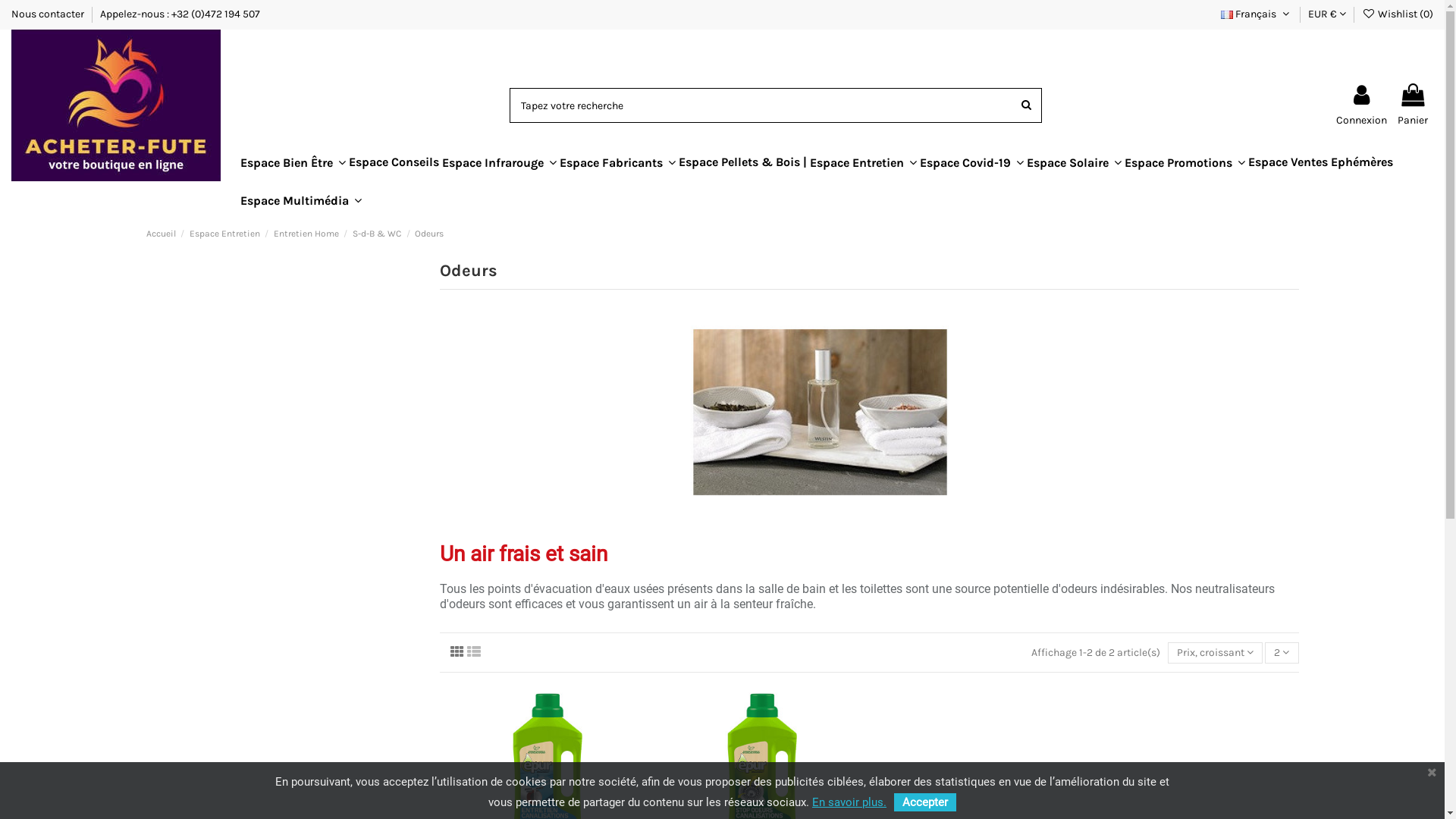 This screenshot has width=1456, height=819. Describe the element at coordinates (99, 14) in the screenshot. I see `'Appelez-nous : +32 (0)472 194 507'` at that location.